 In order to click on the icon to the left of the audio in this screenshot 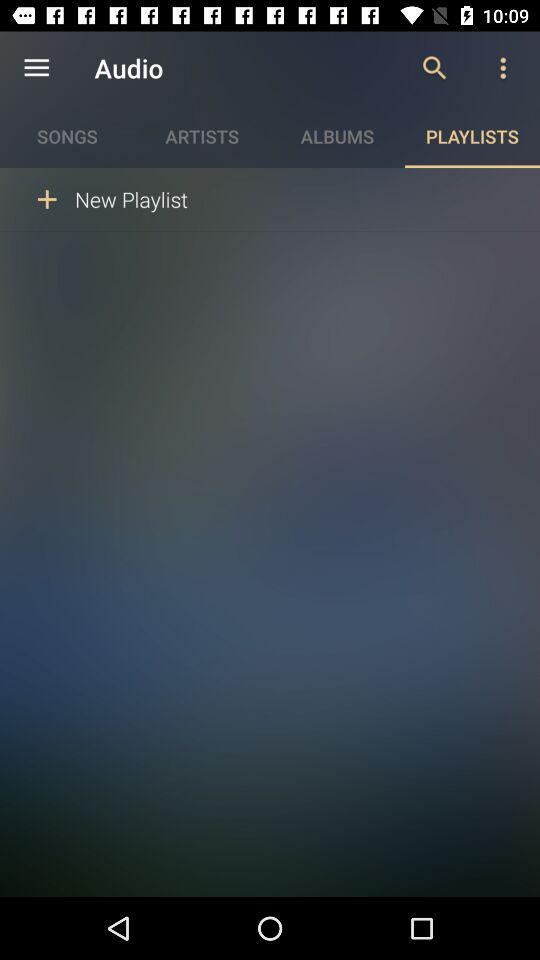, I will do `click(36, 68)`.